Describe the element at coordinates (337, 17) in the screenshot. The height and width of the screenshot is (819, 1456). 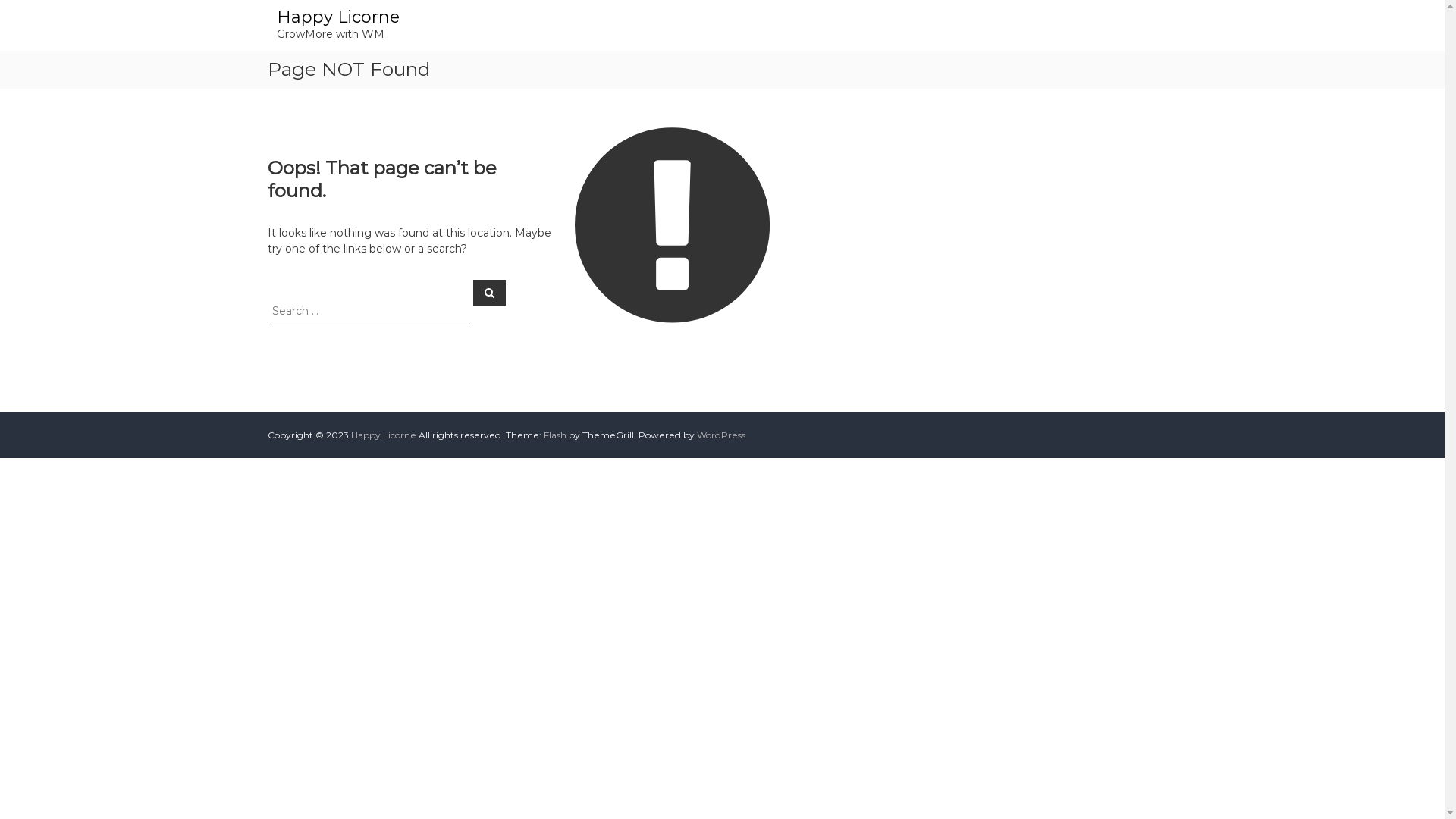
I see `'Happy Licorne'` at that location.